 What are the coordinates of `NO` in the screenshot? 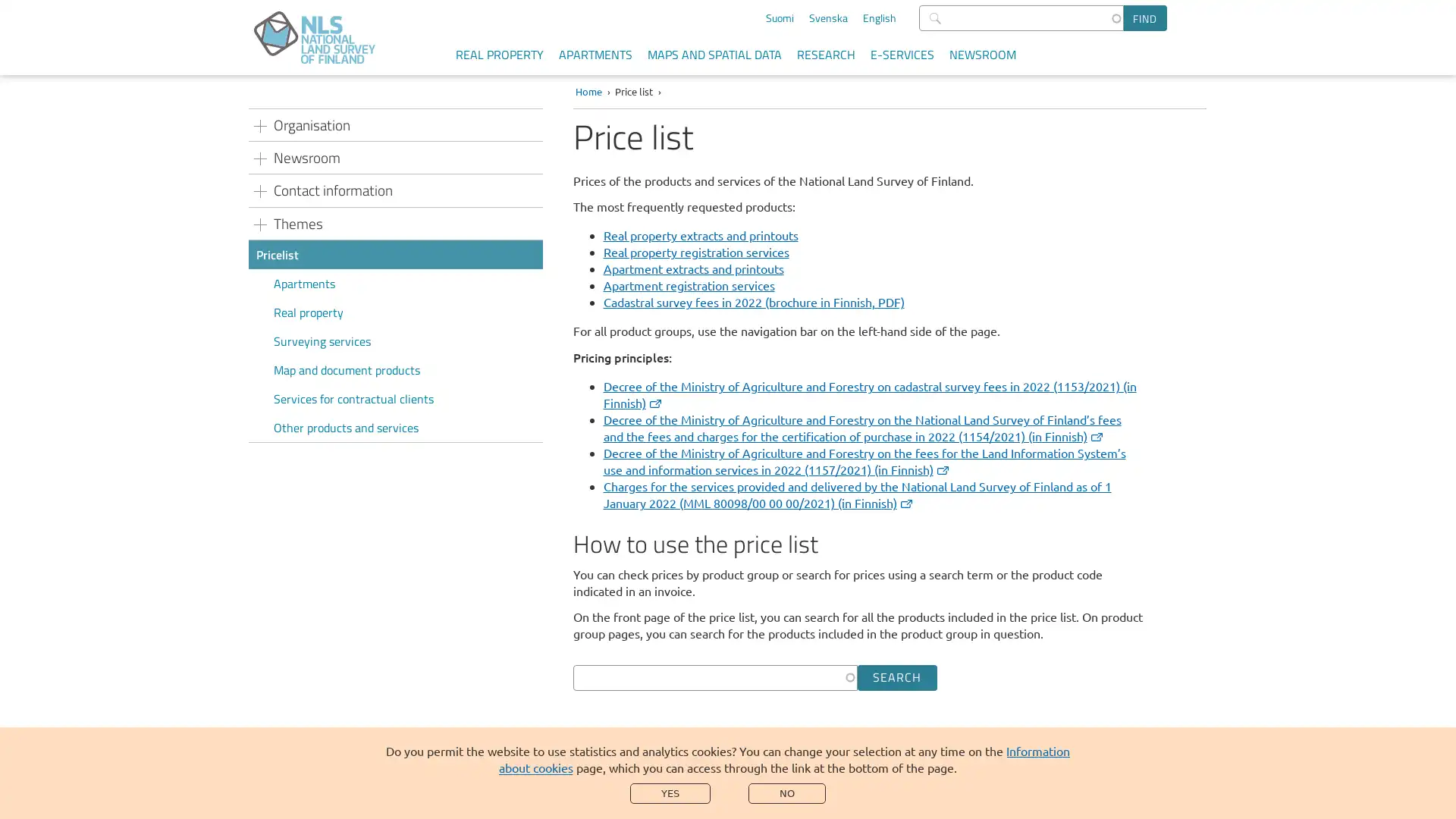 It's located at (786, 792).